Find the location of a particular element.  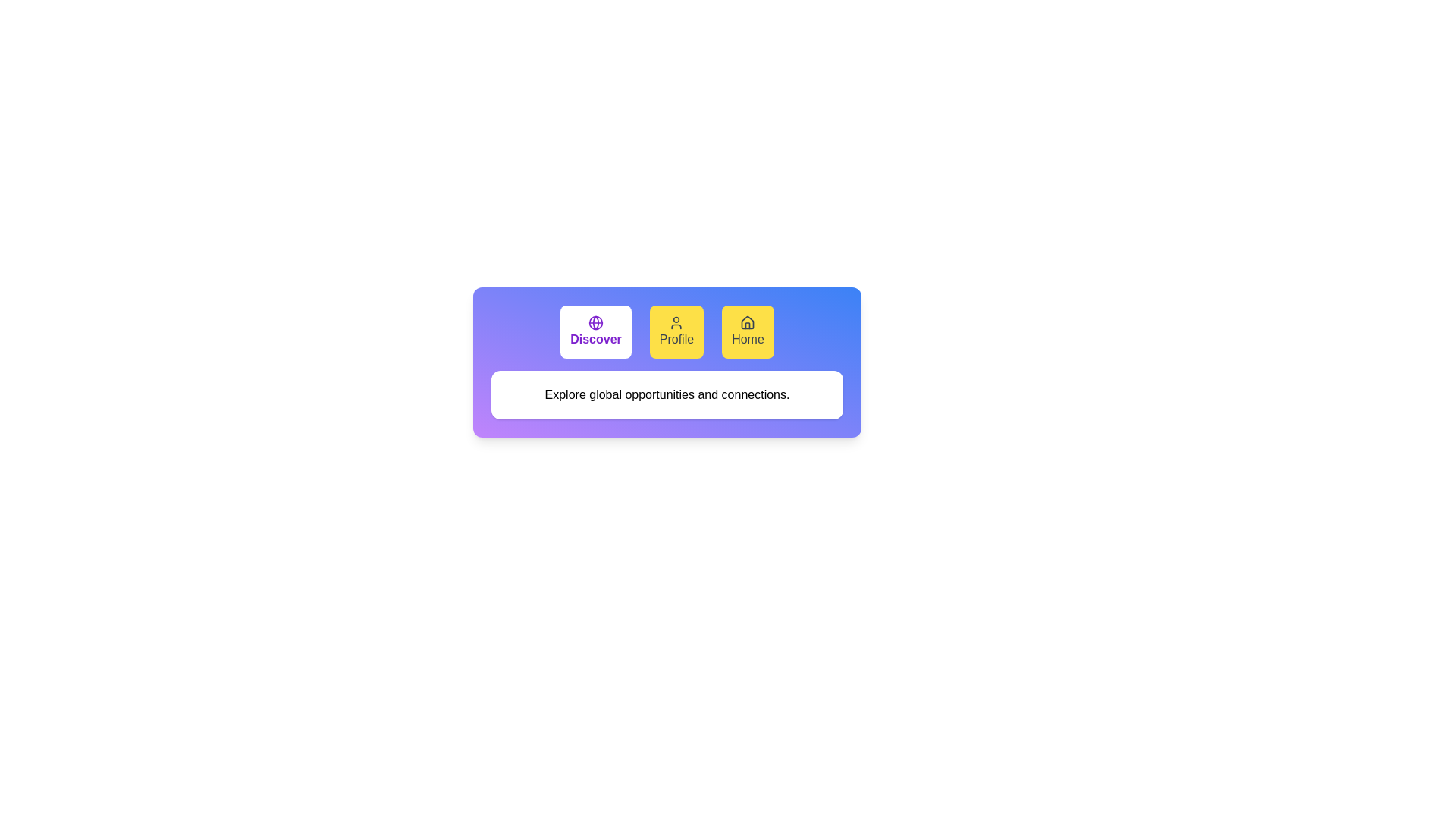

the 'Discover' text label in the leftmost card is located at coordinates (595, 338).